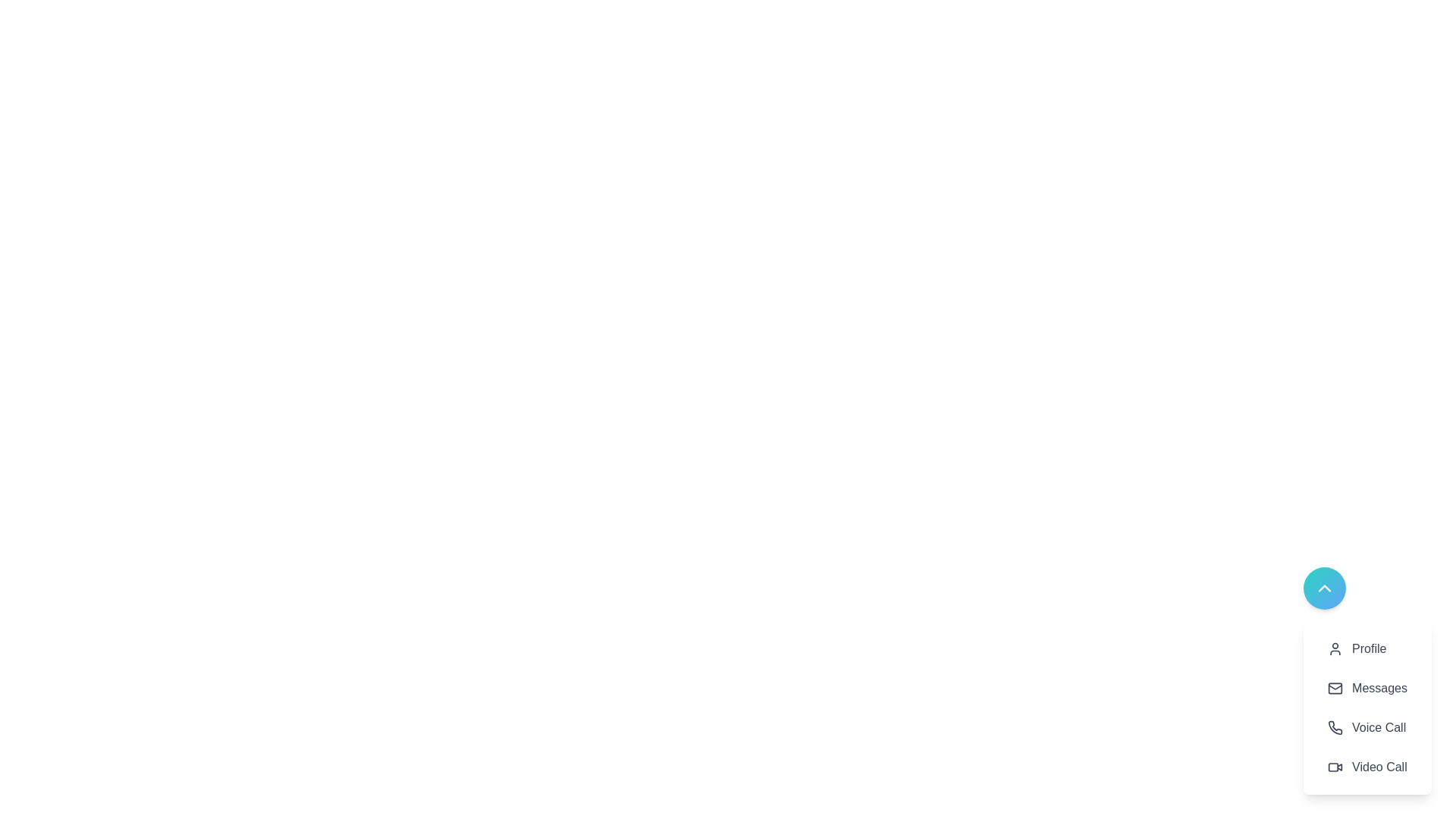  I want to click on the main button to toggle the visibility of the action list, so click(1324, 587).